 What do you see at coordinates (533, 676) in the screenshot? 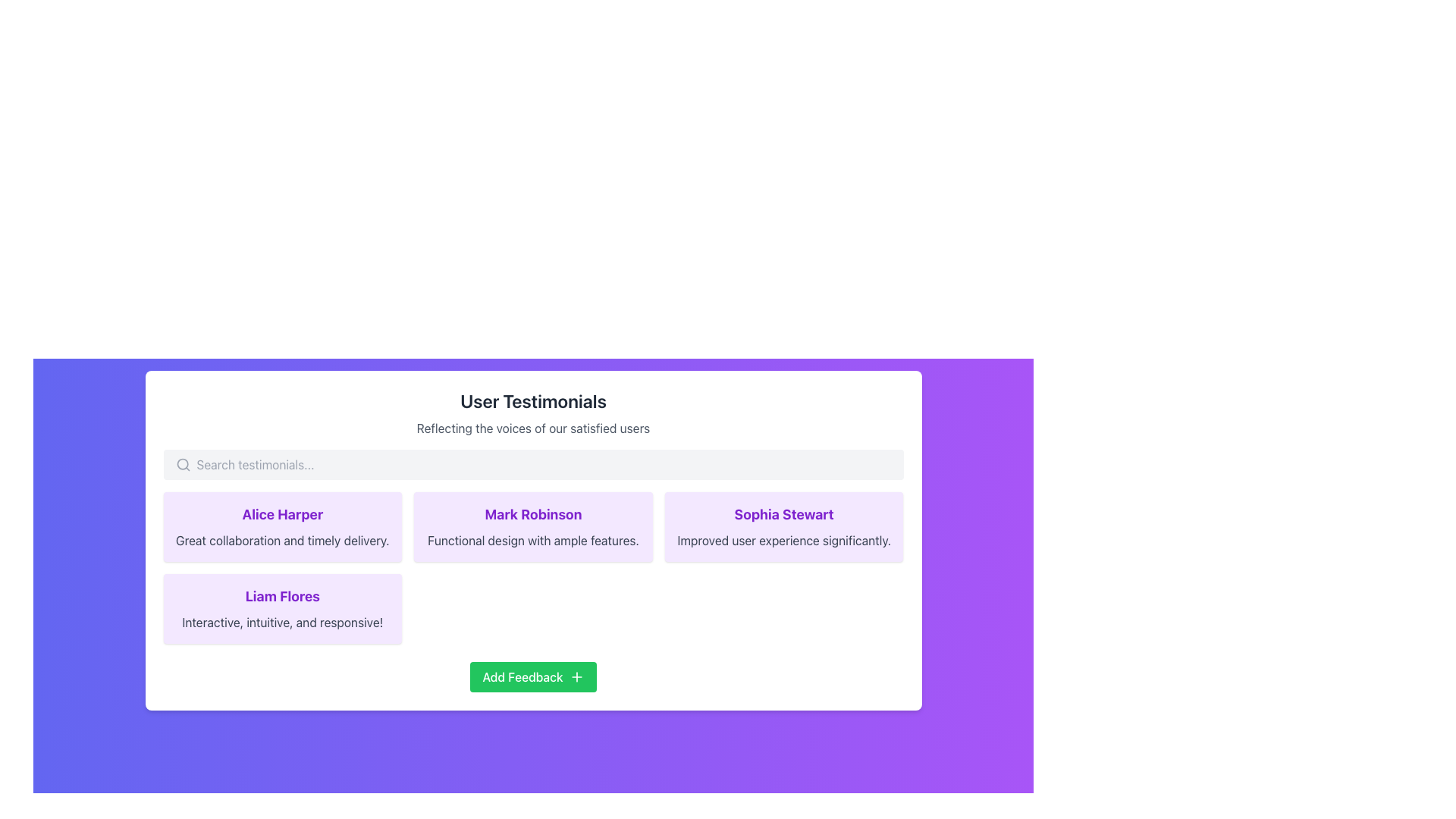
I see `the feedback submission button located at the bottom center of the UI card displaying user testimonials` at bounding box center [533, 676].